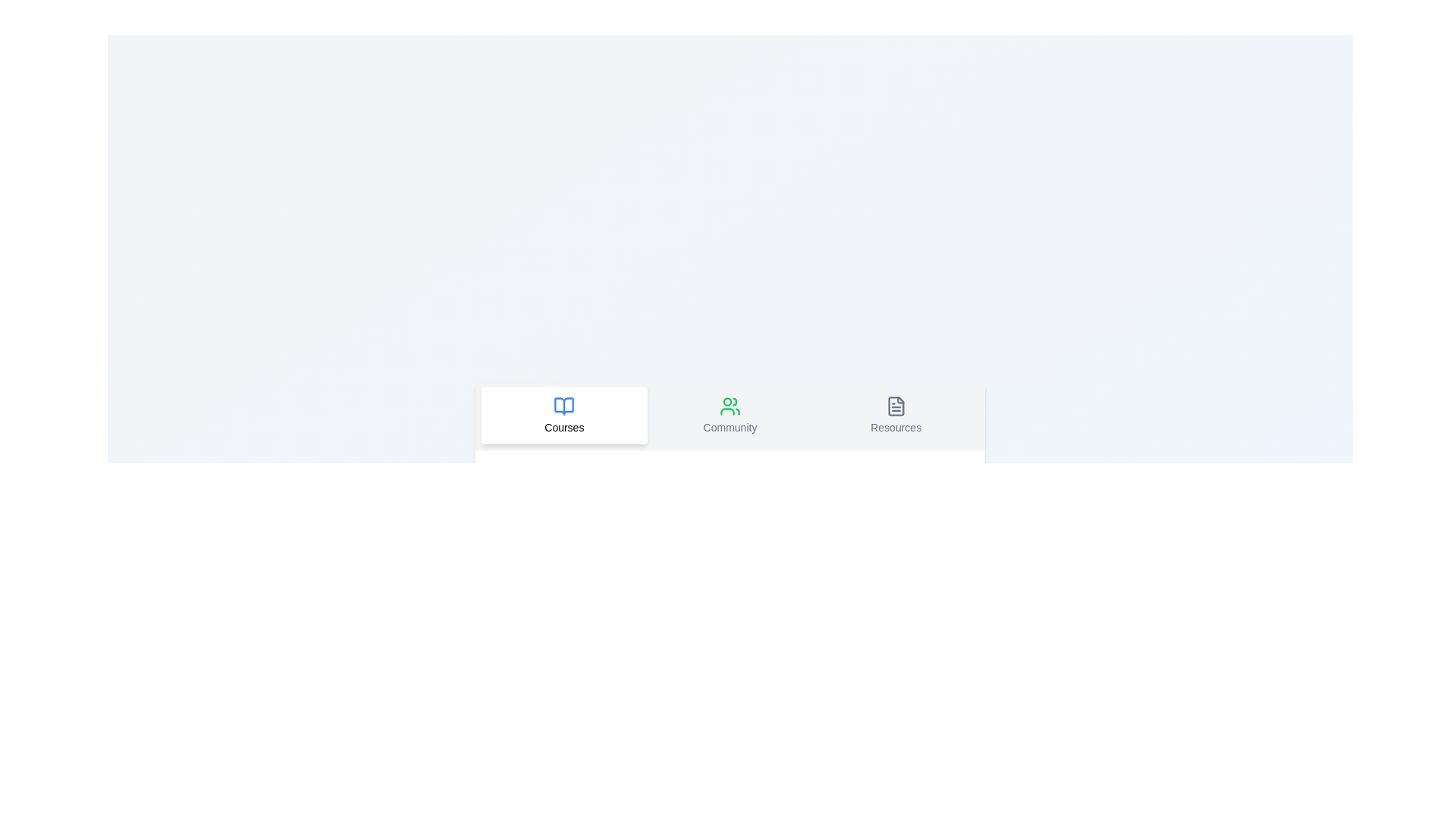 Image resolution: width=1456 pixels, height=819 pixels. What do you see at coordinates (563, 415) in the screenshot?
I see `the tab Courses to observe its visual change` at bounding box center [563, 415].